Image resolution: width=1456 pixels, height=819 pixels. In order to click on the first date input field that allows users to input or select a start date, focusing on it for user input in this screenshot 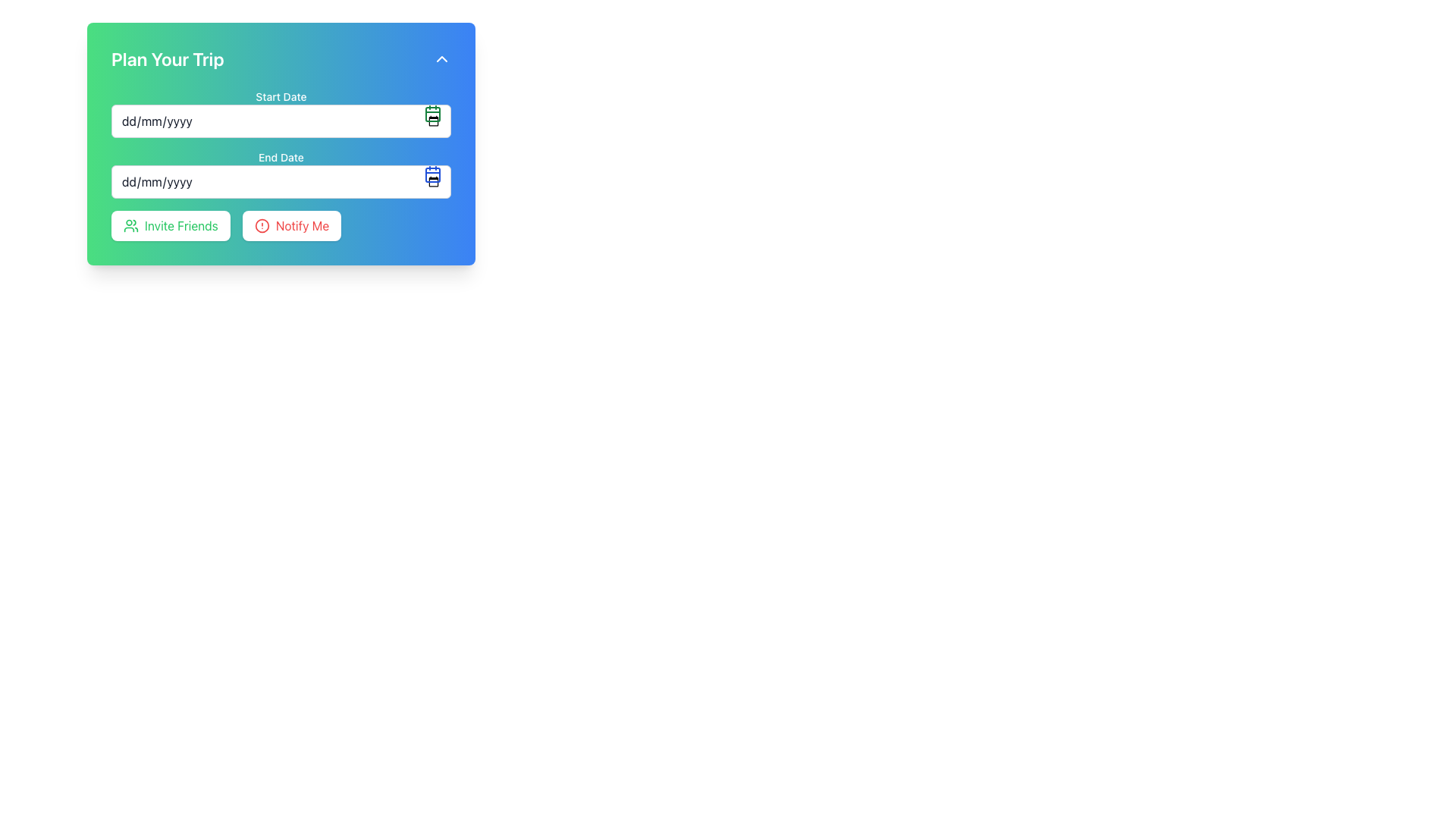, I will do `click(281, 113)`.